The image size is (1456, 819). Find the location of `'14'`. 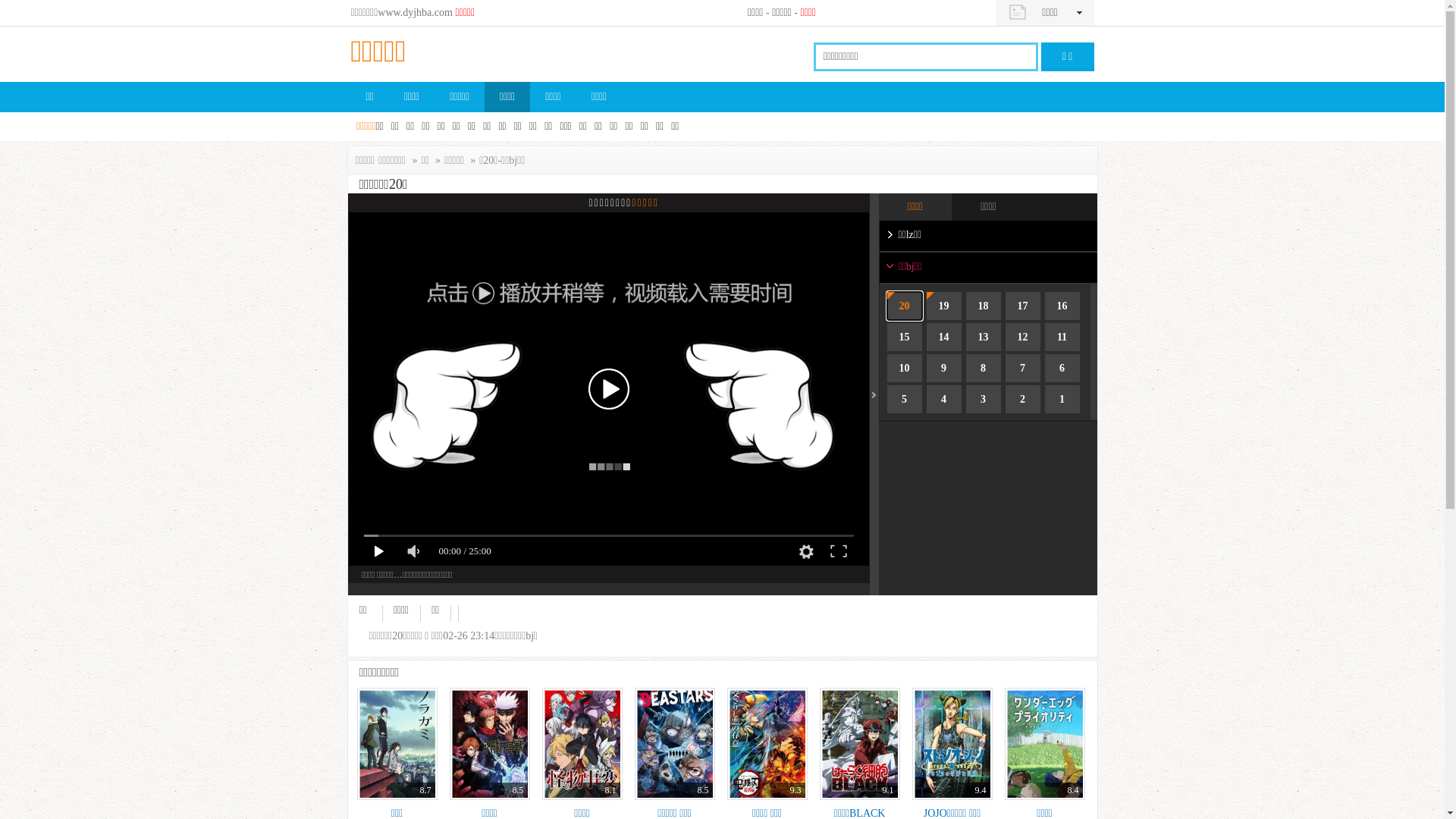

'14' is located at coordinates (943, 336).